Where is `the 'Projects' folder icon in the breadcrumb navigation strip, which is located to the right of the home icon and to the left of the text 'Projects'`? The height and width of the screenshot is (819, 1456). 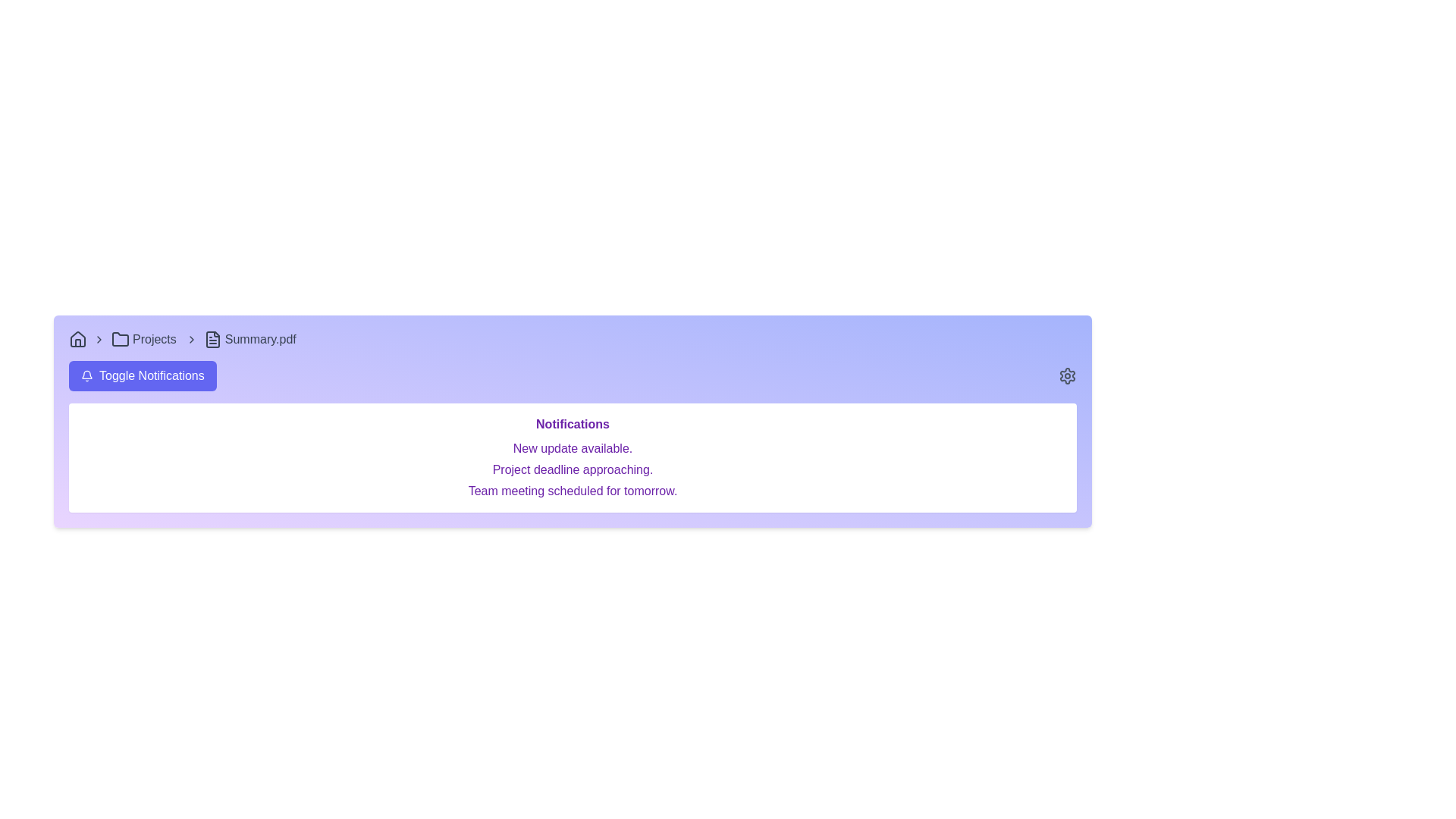
the 'Projects' folder icon in the breadcrumb navigation strip, which is located to the right of the home icon and to the left of the text 'Projects' is located at coordinates (119, 338).